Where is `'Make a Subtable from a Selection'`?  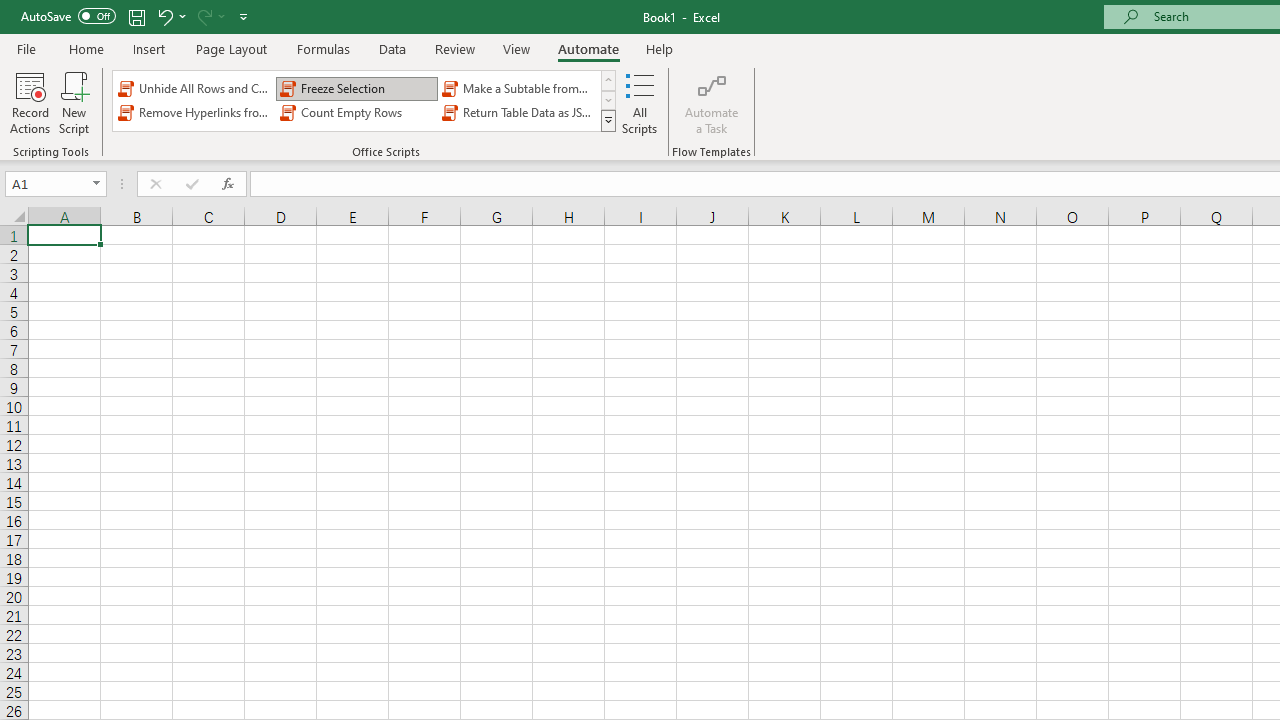 'Make a Subtable from a Selection' is located at coordinates (519, 87).